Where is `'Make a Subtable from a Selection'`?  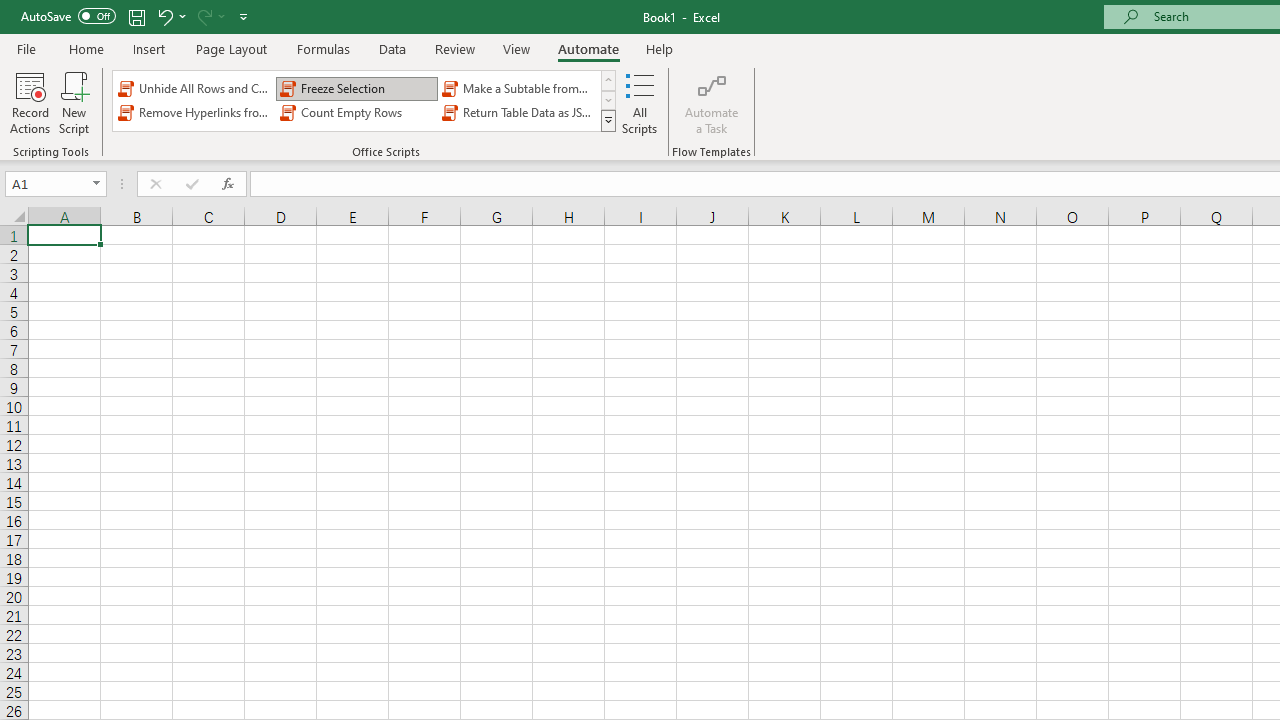 'Make a Subtable from a Selection' is located at coordinates (519, 87).